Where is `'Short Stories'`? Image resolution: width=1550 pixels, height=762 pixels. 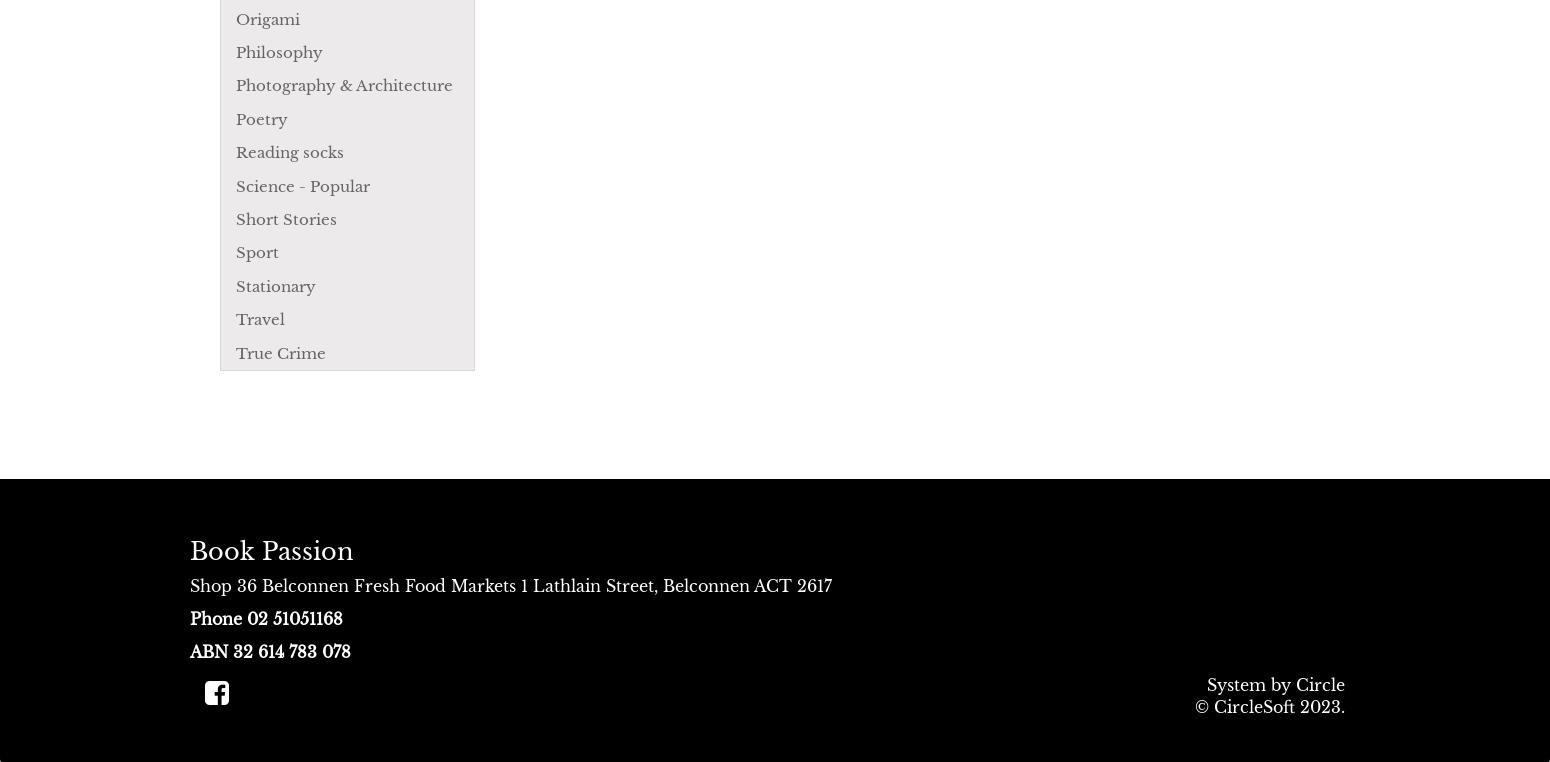
'Short Stories' is located at coordinates (236, 219).